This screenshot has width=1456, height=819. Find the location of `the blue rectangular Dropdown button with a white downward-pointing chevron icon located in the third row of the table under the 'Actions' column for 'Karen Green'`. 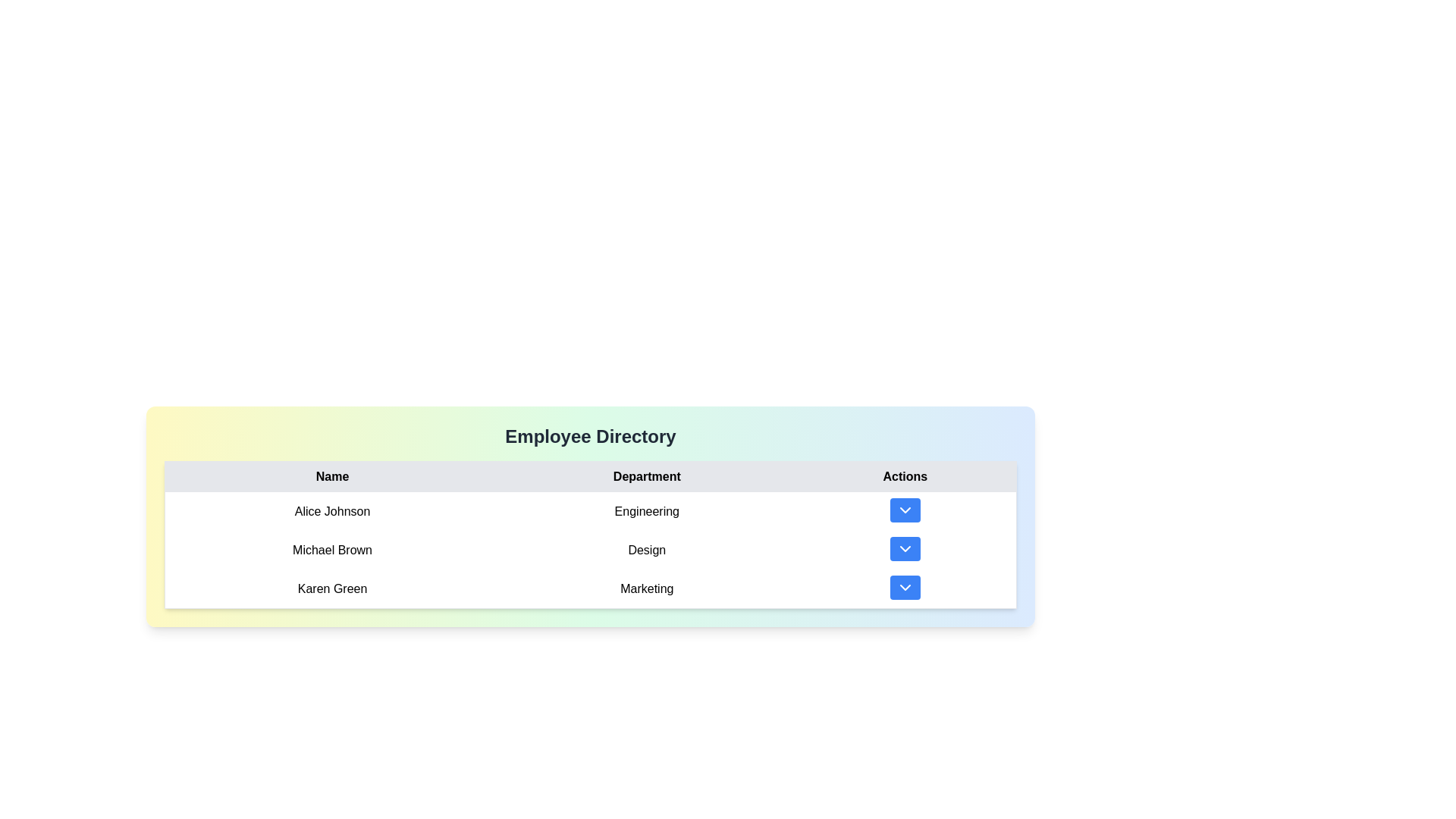

the blue rectangular Dropdown button with a white downward-pointing chevron icon located in the third row of the table under the 'Actions' column for 'Karen Green' is located at coordinates (905, 588).